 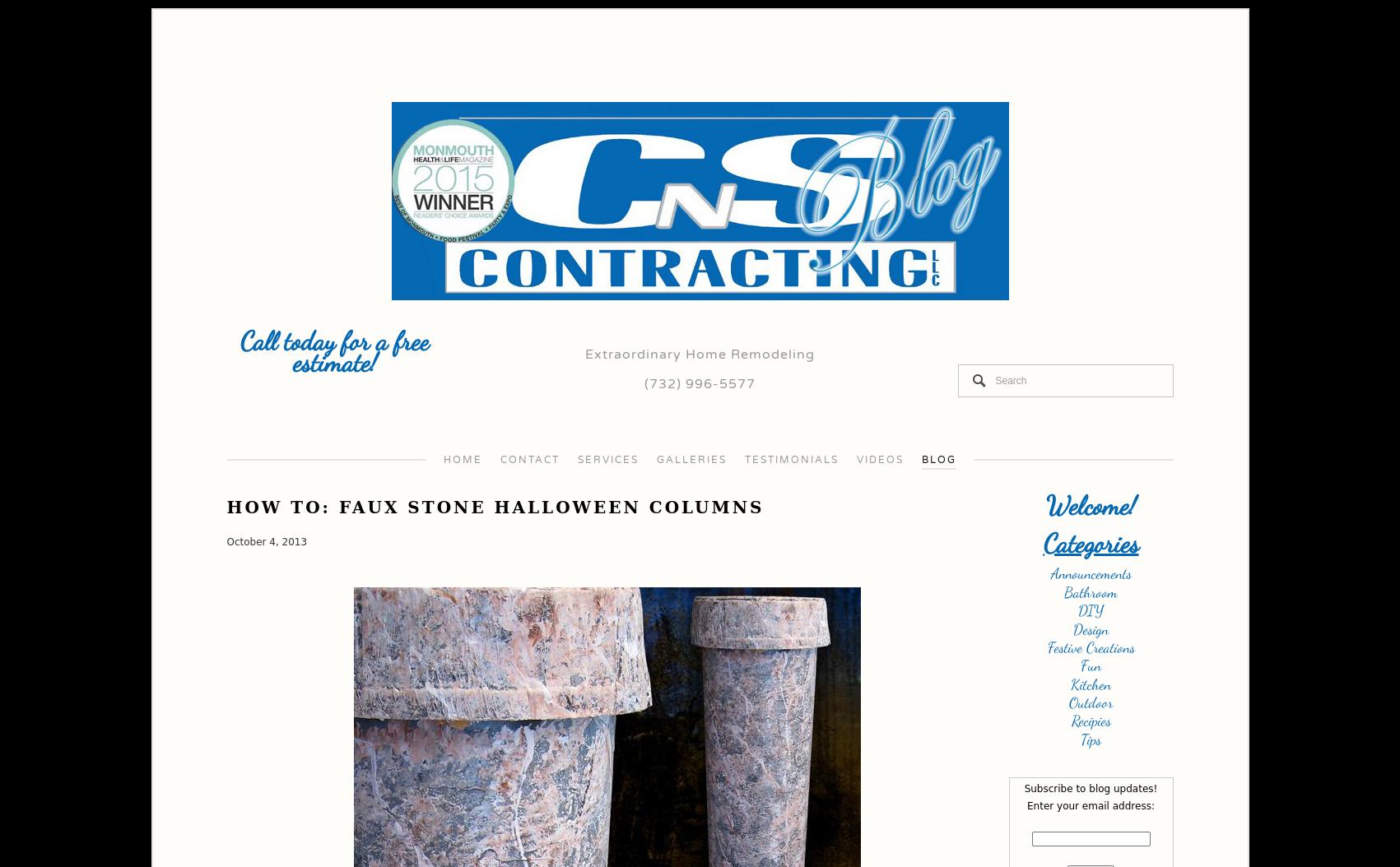 What do you see at coordinates (700, 354) in the screenshot?
I see `'Extraordinary Home Remodeling'` at bounding box center [700, 354].